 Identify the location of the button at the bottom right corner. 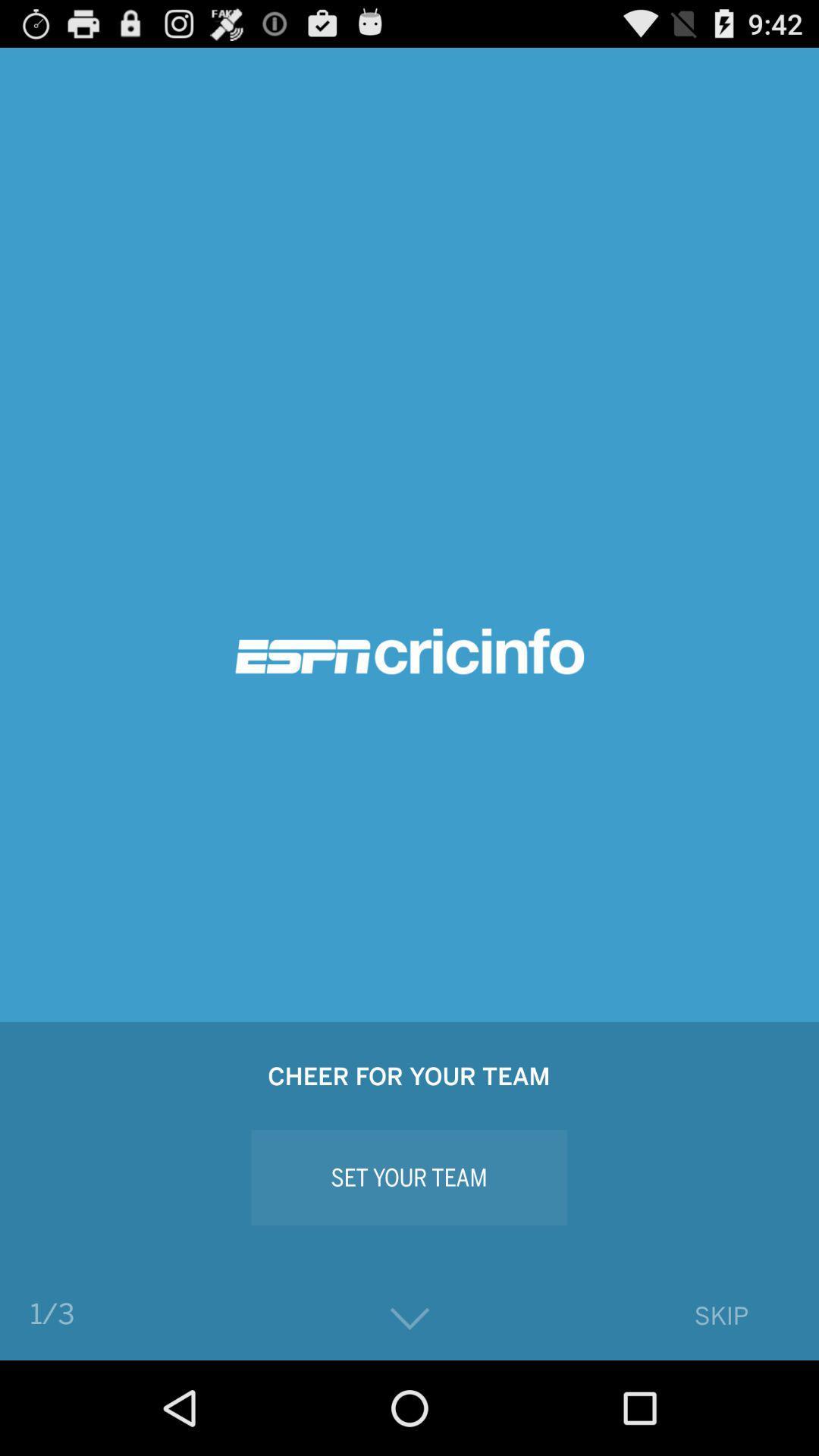
(720, 1314).